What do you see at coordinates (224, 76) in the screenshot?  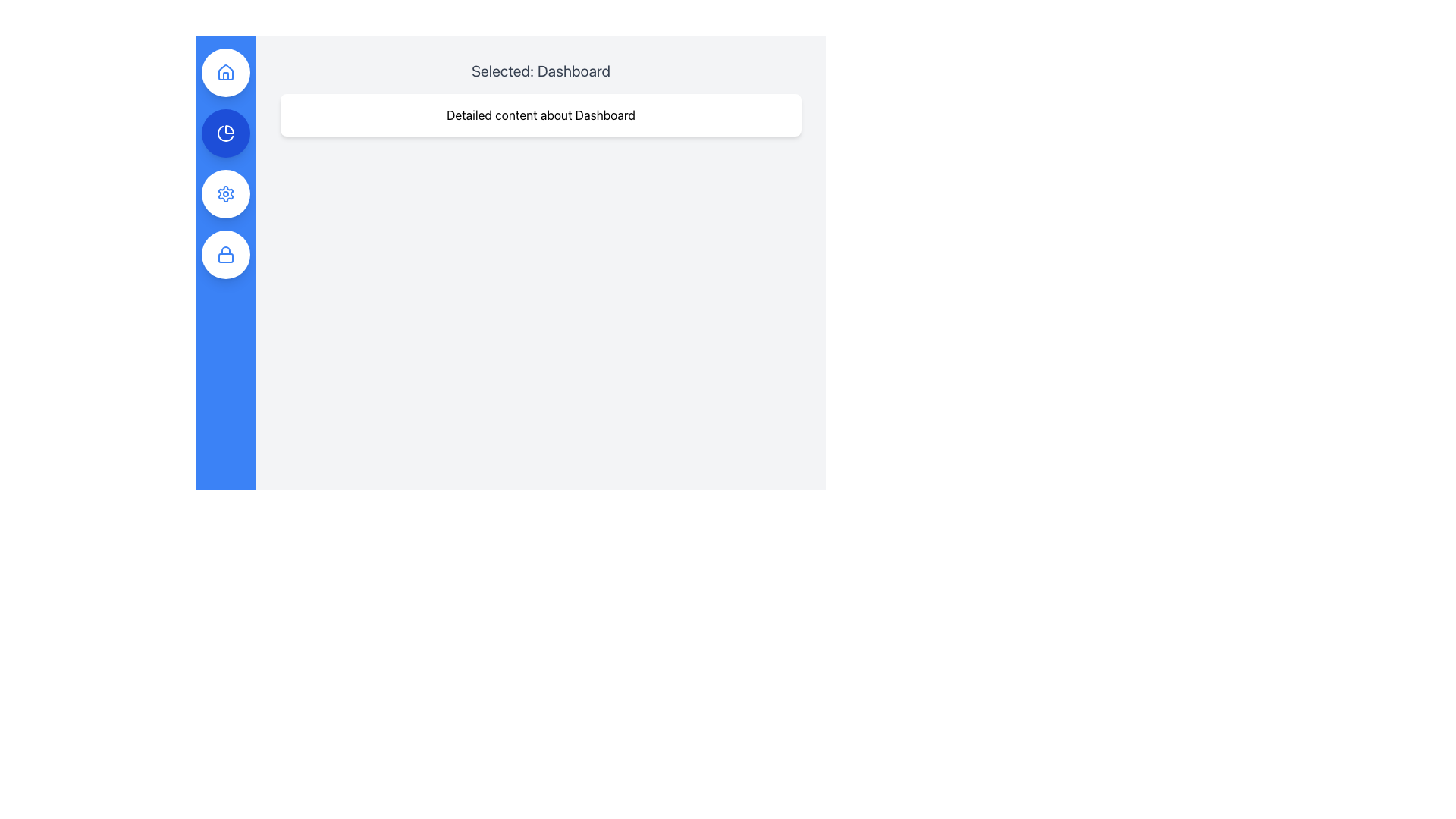 I see `the homepage icon represented as an SVG graphic, which is located in the top position of the left vertical navigation bar within a circular blue button` at bounding box center [224, 76].